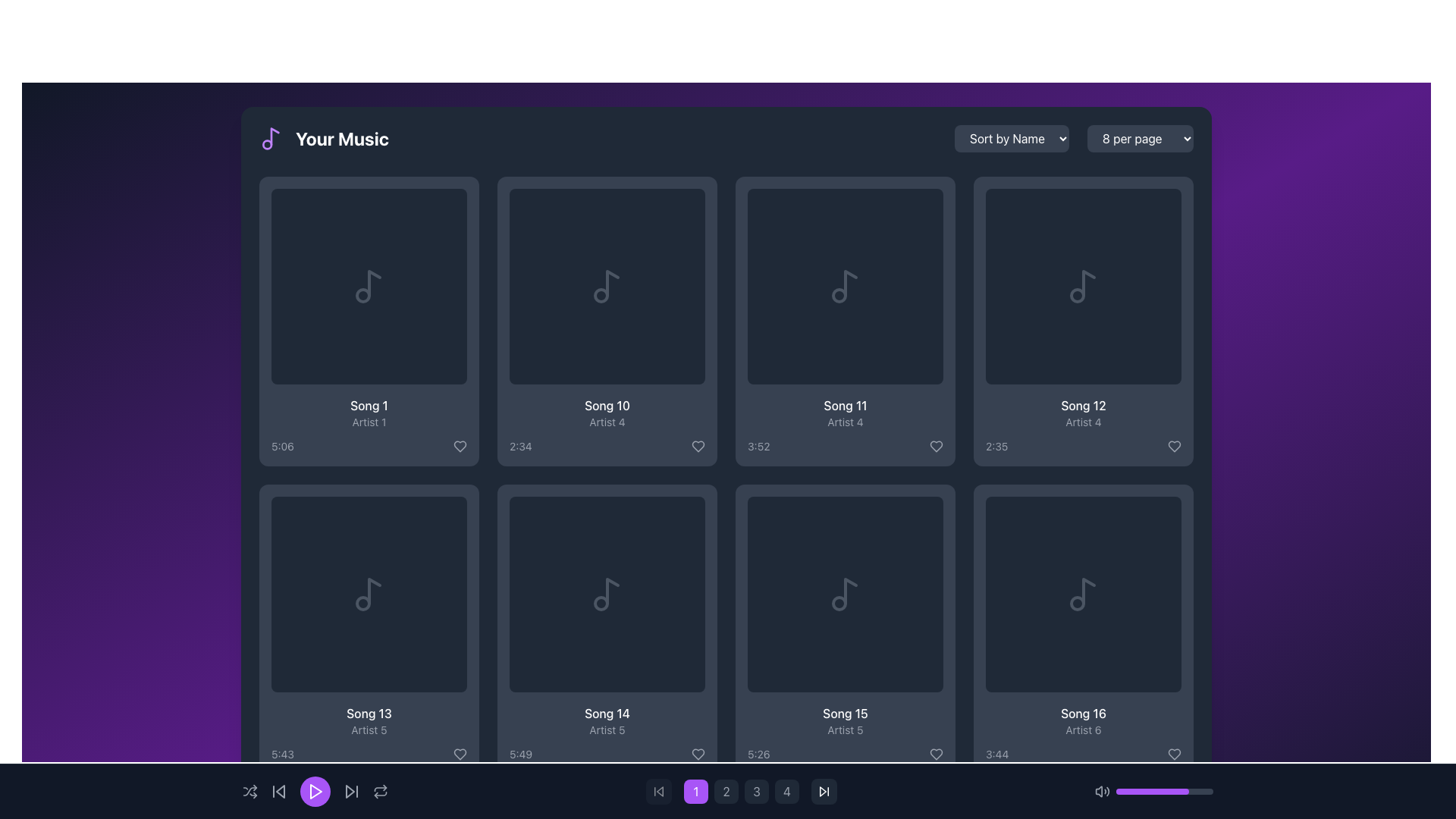 The height and width of the screenshot is (819, 1456). What do you see at coordinates (844, 287) in the screenshot?
I see `the playback button for 'Song 11' to change its appearance, located at the center of the tile card in the music playlist interface` at bounding box center [844, 287].